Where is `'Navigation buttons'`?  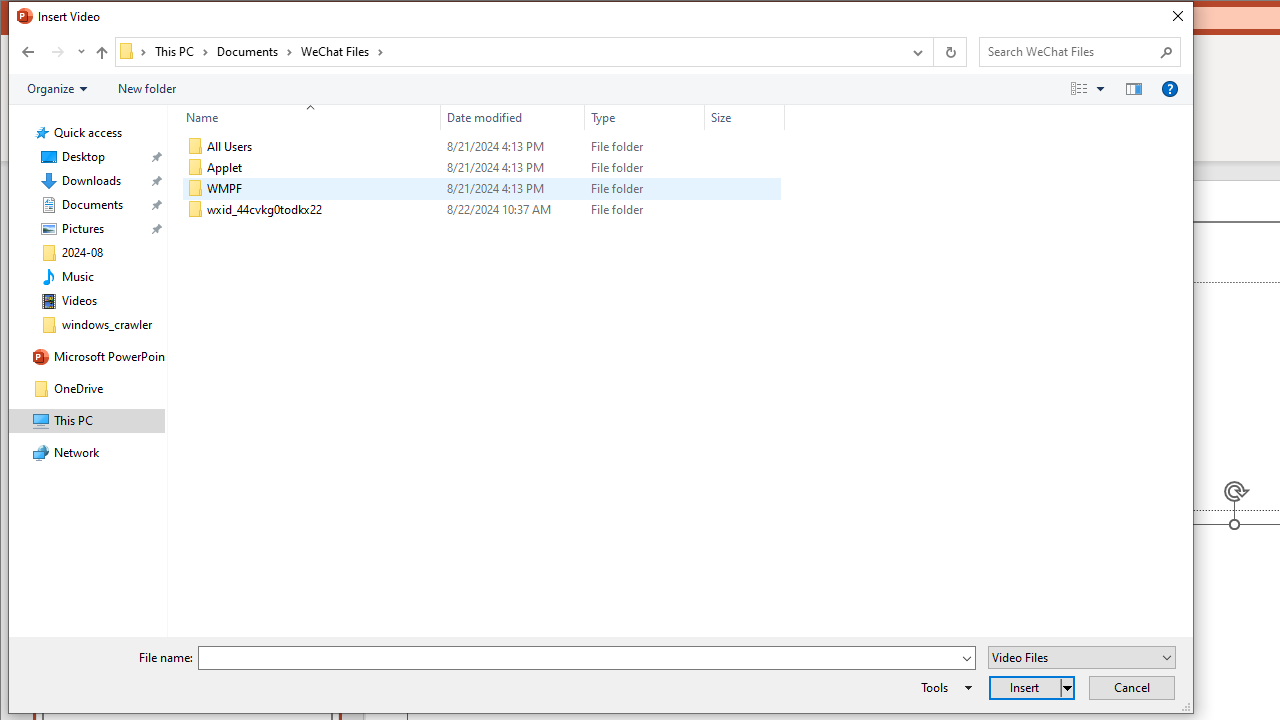
'Navigation buttons' is located at coordinates (51, 50).